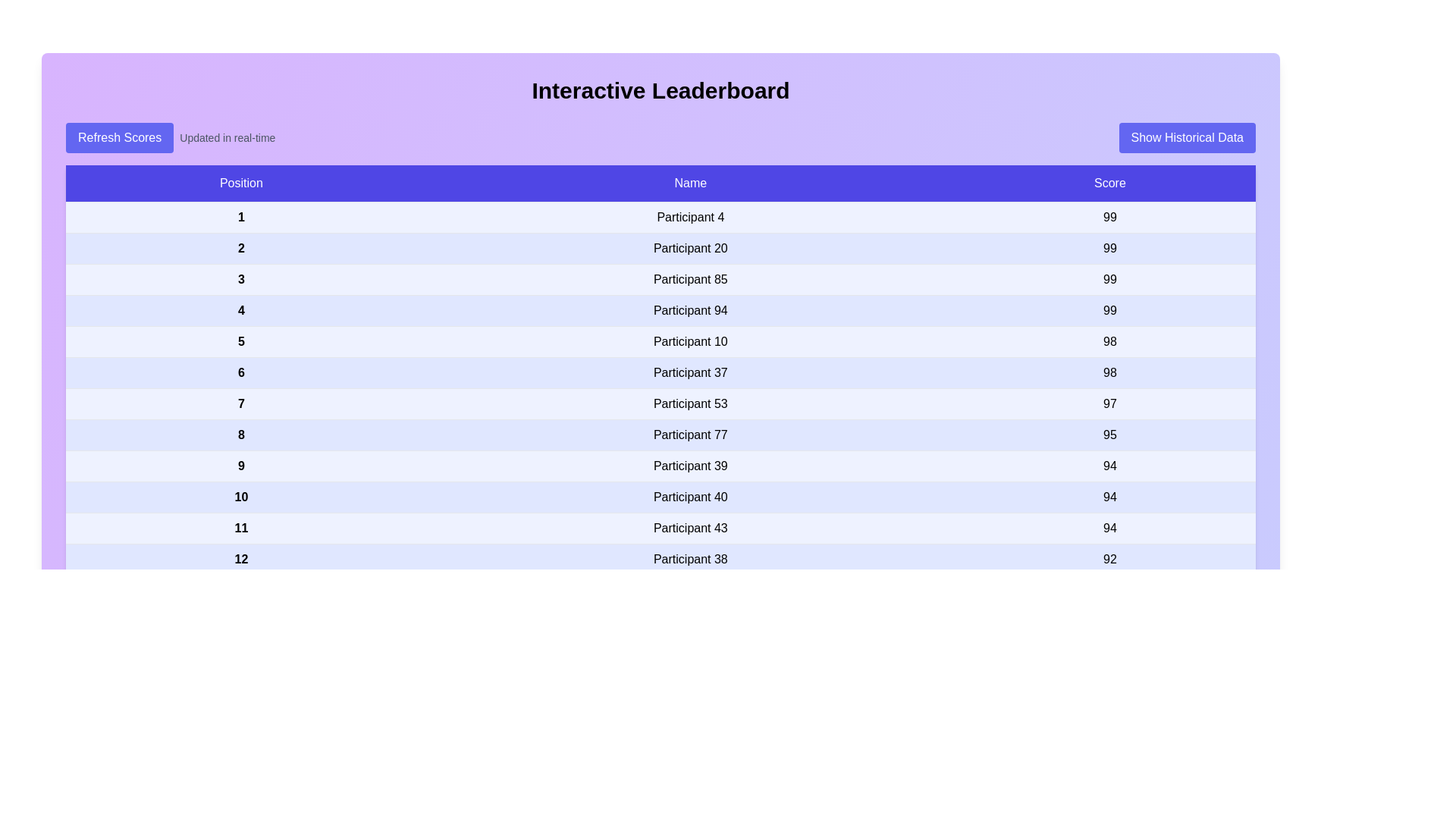 The height and width of the screenshot is (819, 1456). Describe the element at coordinates (119, 137) in the screenshot. I see `the 'Refresh Scores' button to reload the leaderboard's scores` at that location.